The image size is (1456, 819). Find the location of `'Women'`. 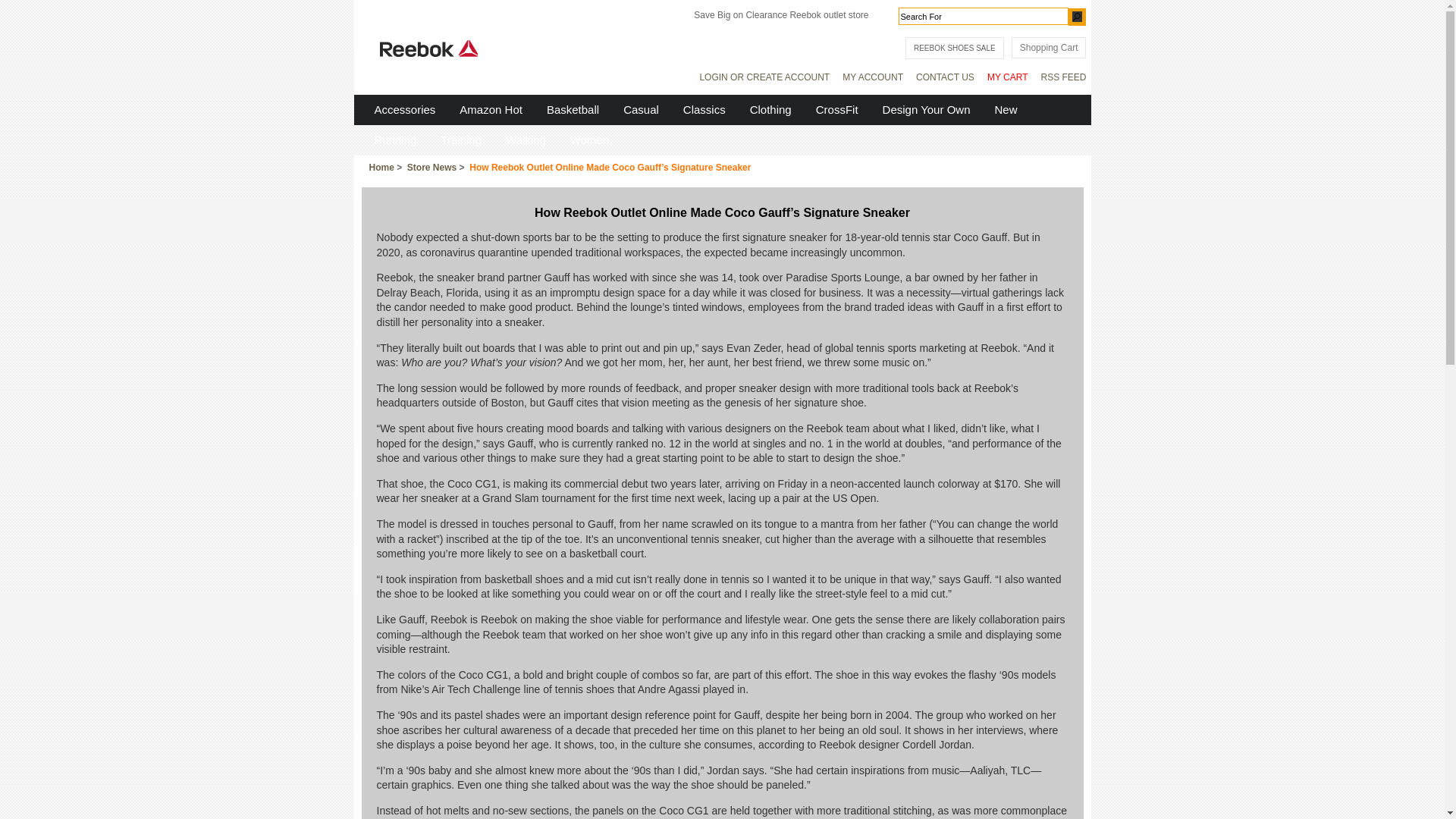

'Women' is located at coordinates (588, 140).